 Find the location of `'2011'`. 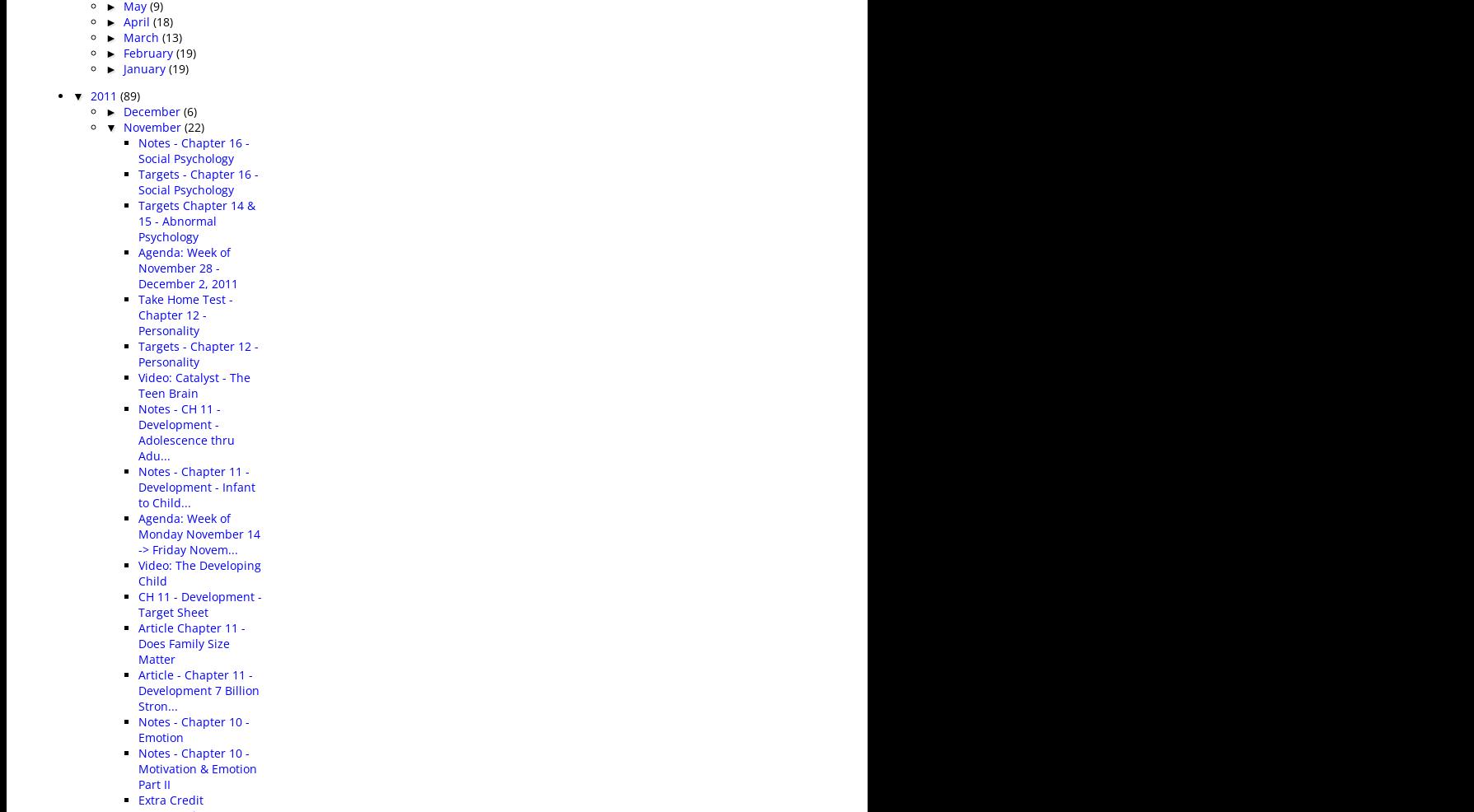

'2011' is located at coordinates (105, 95).